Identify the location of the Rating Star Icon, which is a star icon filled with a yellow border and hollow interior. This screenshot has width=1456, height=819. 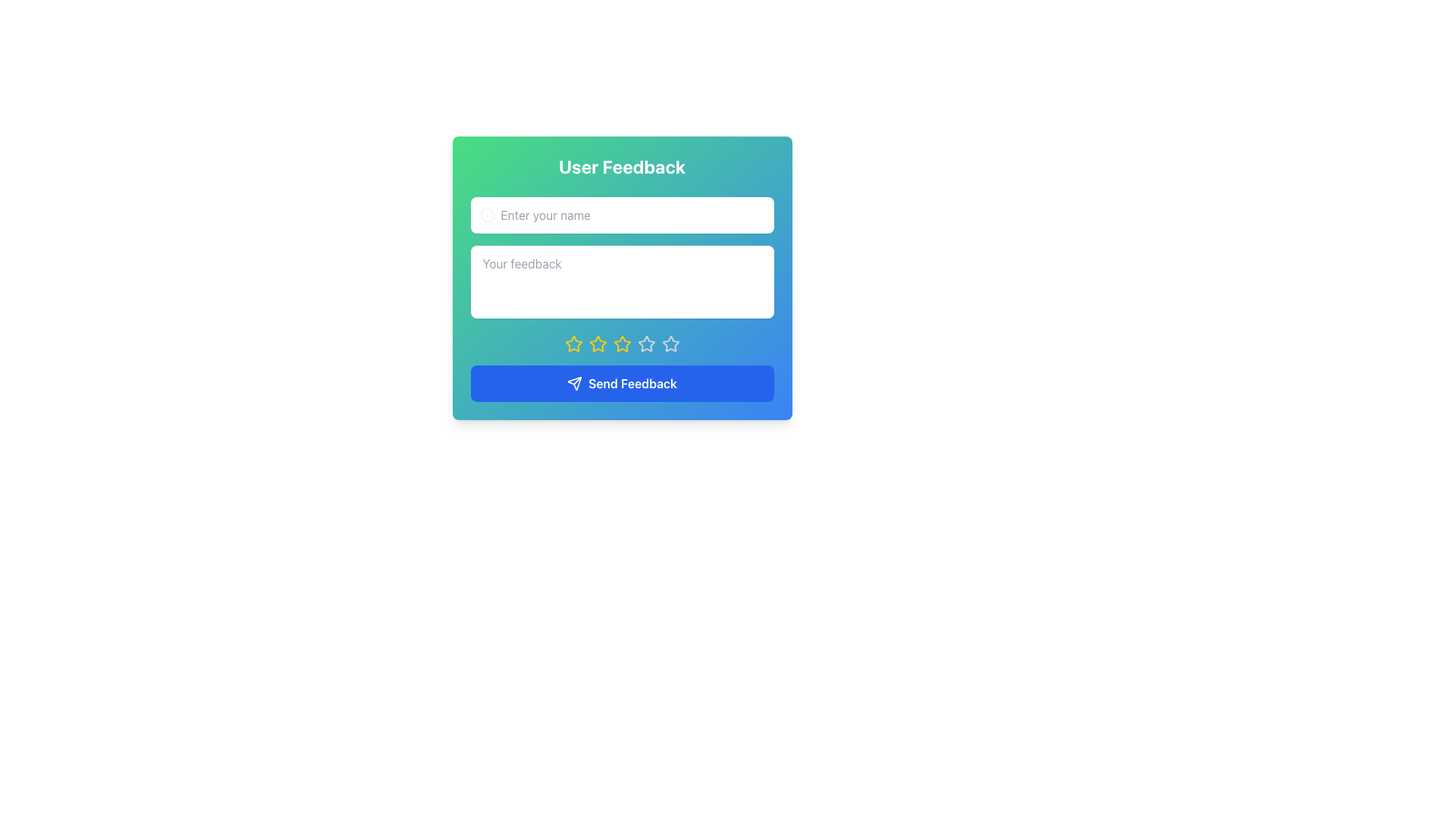
(597, 344).